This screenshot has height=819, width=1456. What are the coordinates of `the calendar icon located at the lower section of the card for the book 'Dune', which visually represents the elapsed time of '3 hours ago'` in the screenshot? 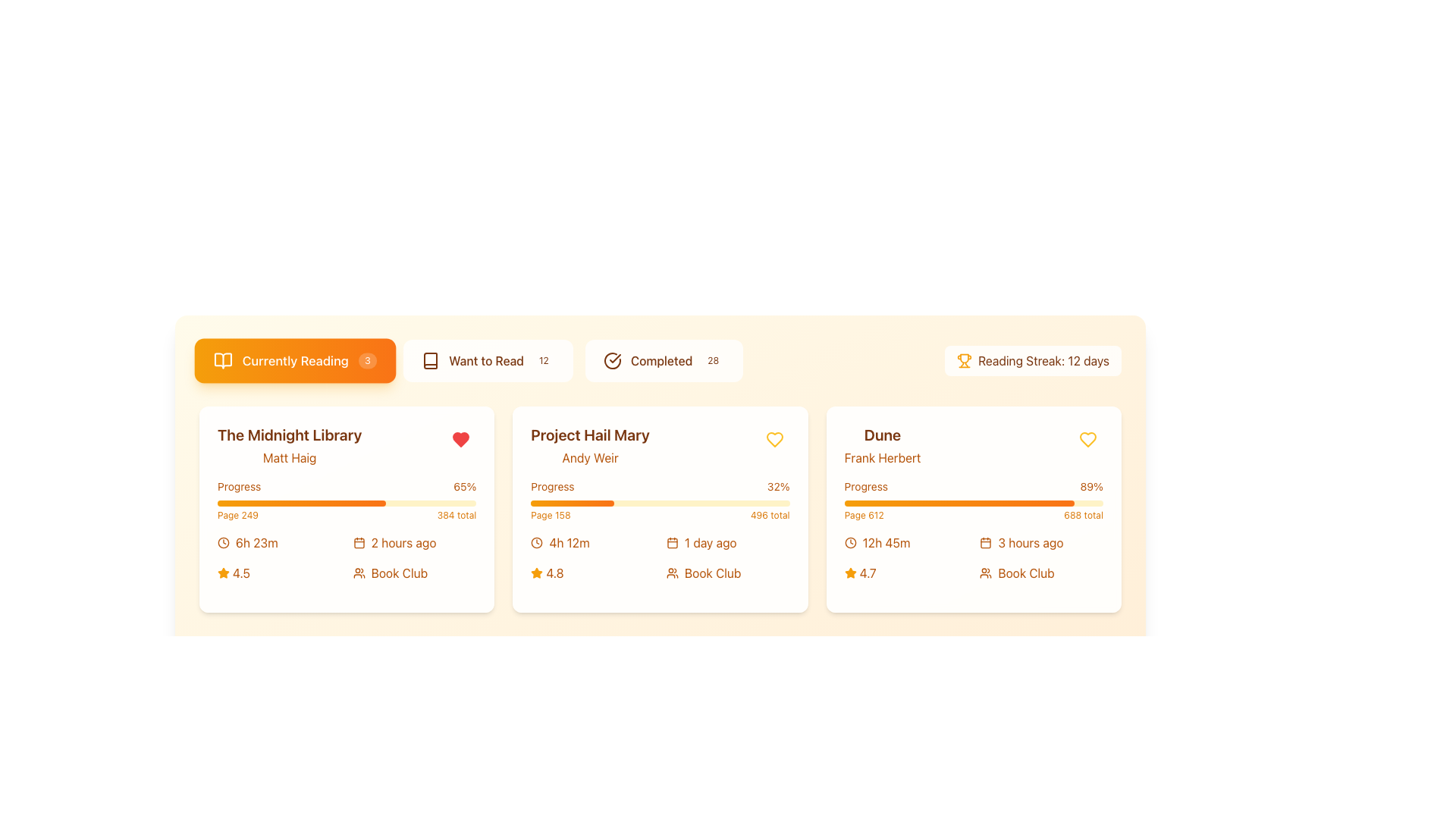 It's located at (986, 542).